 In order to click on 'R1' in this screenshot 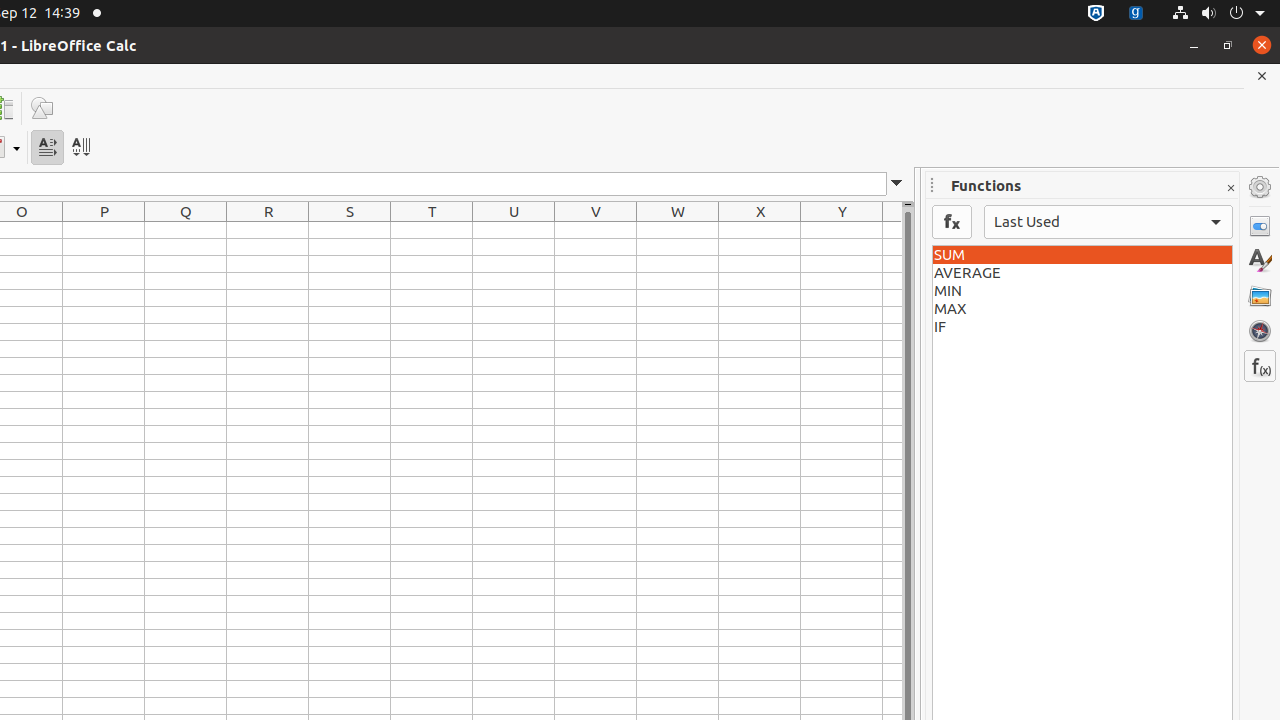, I will do `click(267, 229)`.